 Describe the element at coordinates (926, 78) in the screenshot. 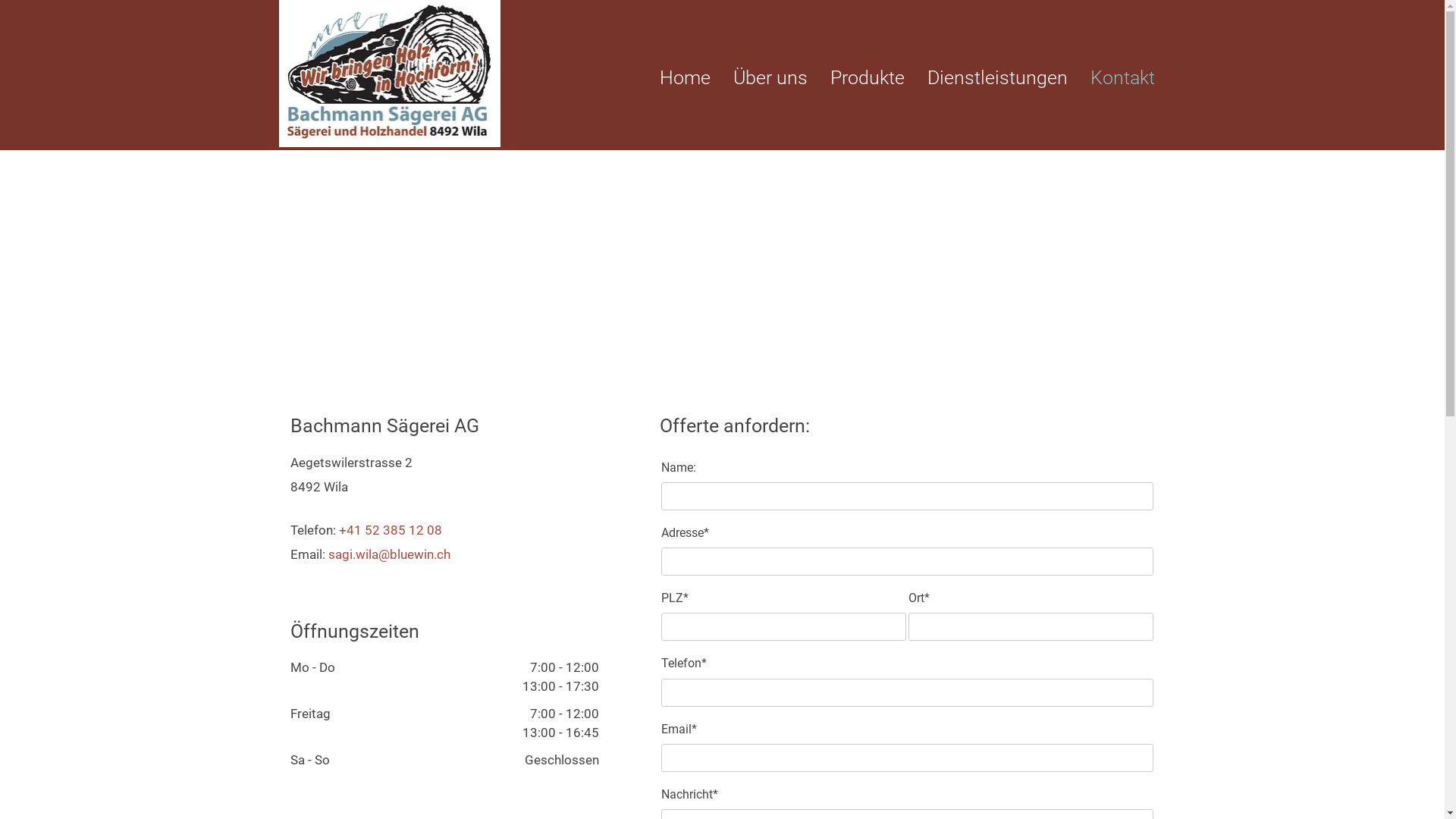

I see `'Dienstleistungen'` at that location.